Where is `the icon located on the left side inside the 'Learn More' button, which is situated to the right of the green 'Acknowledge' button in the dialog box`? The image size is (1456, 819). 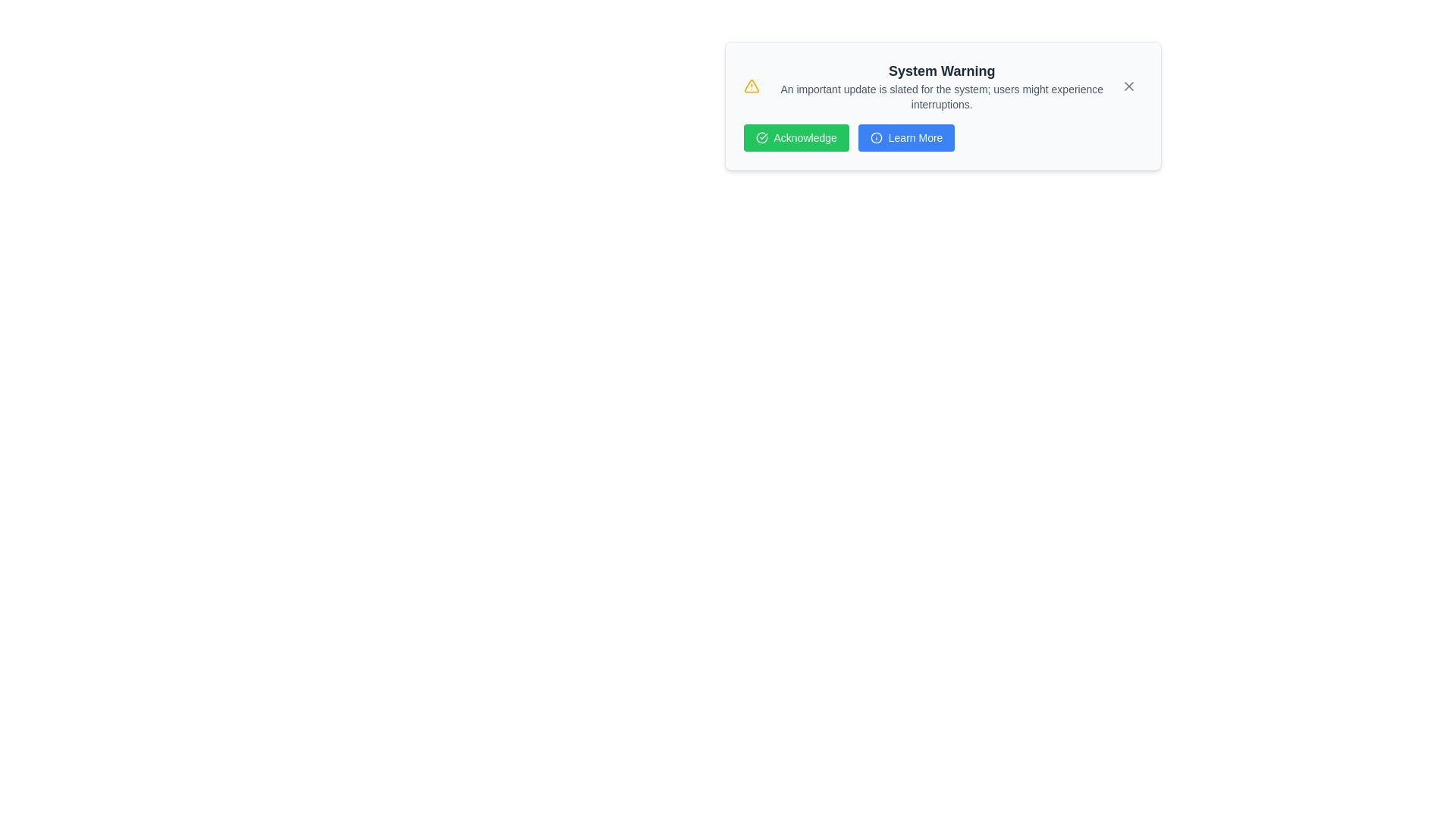
the icon located on the left side inside the 'Learn More' button, which is situated to the right of the green 'Acknowledge' button in the dialog box is located at coordinates (876, 137).